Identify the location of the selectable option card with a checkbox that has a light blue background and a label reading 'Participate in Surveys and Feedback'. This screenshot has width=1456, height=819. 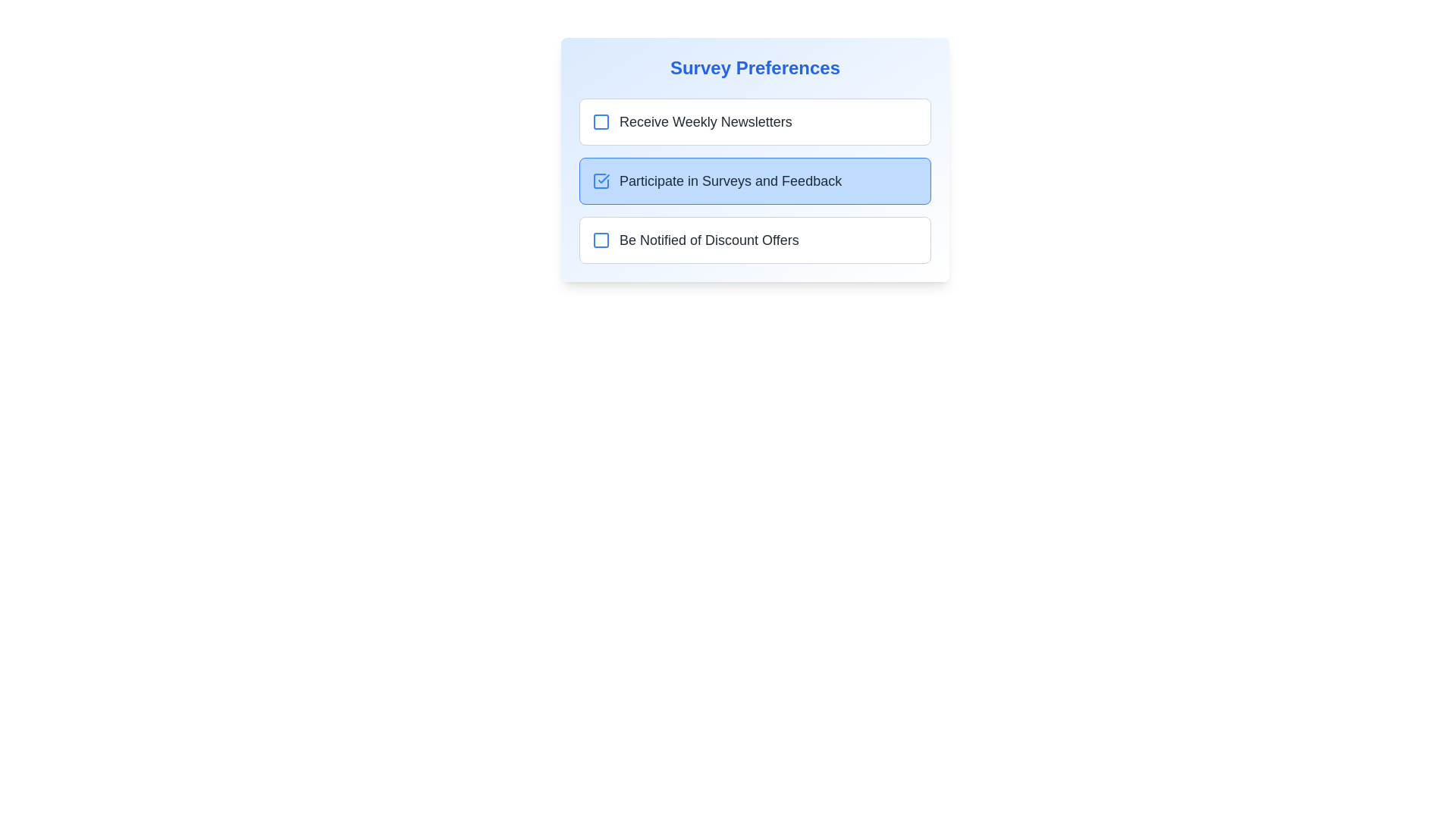
(755, 180).